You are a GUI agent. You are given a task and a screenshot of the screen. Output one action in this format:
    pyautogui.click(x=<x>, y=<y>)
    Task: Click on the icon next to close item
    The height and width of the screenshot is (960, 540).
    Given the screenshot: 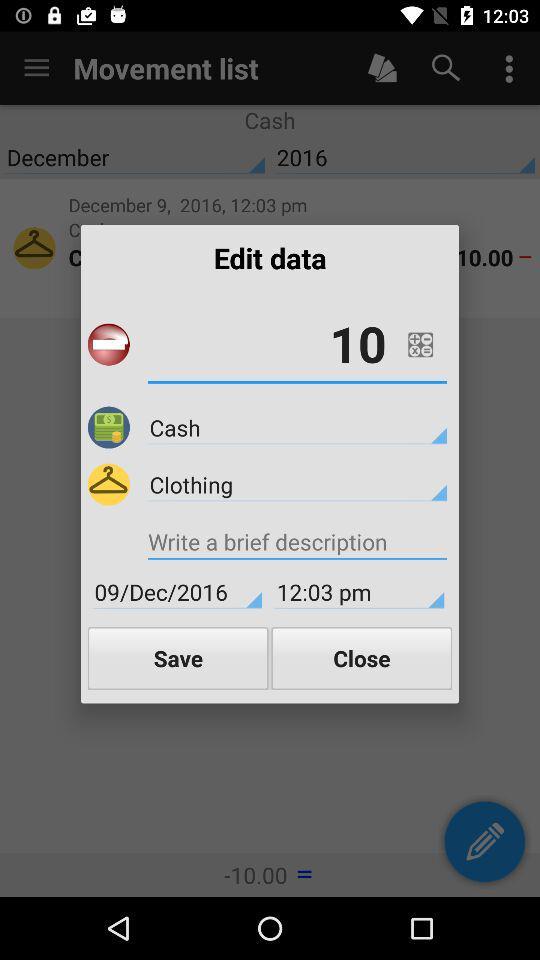 What is the action you would take?
    pyautogui.click(x=178, y=657)
    